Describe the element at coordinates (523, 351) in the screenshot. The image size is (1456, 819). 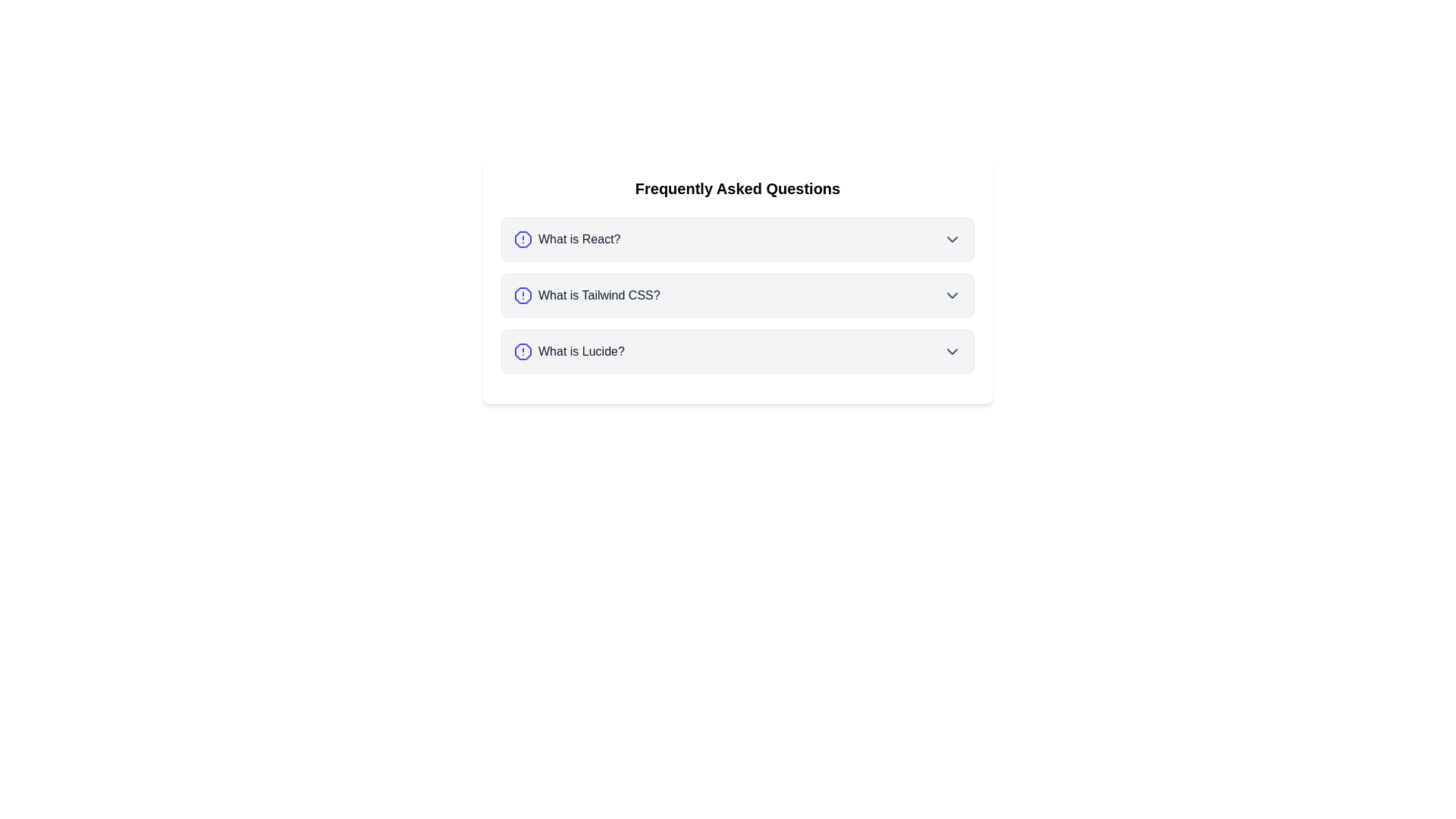
I see `the icon located to the left of the question text in the 'What is Lucide?' entry of the FAQ section` at that location.